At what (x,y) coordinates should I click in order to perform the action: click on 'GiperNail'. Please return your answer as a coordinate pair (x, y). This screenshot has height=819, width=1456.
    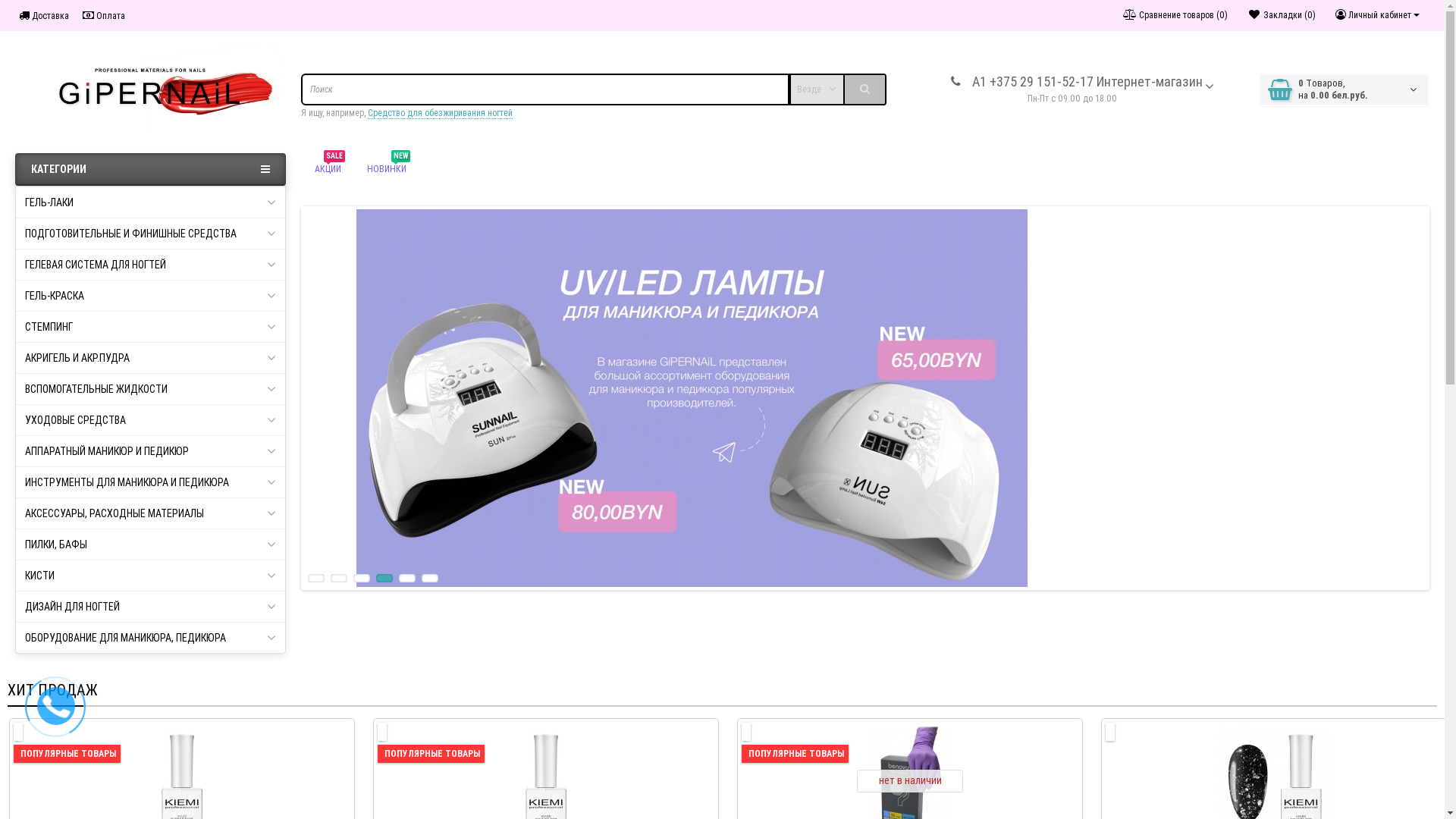
    Looking at the image, I should click on (150, 89).